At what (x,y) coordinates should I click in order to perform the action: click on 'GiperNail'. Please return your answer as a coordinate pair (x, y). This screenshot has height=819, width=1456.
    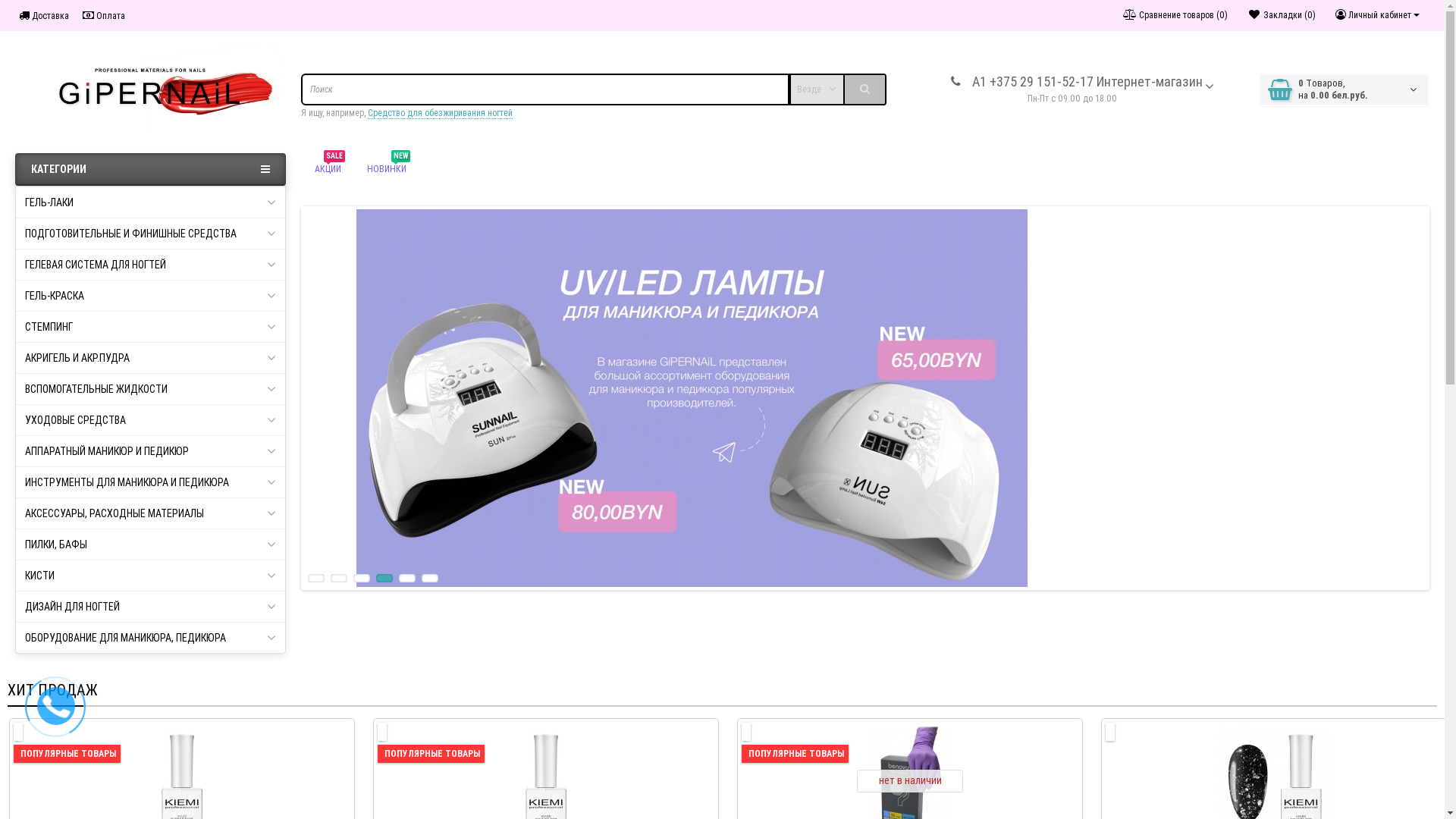
    Looking at the image, I should click on (150, 89).